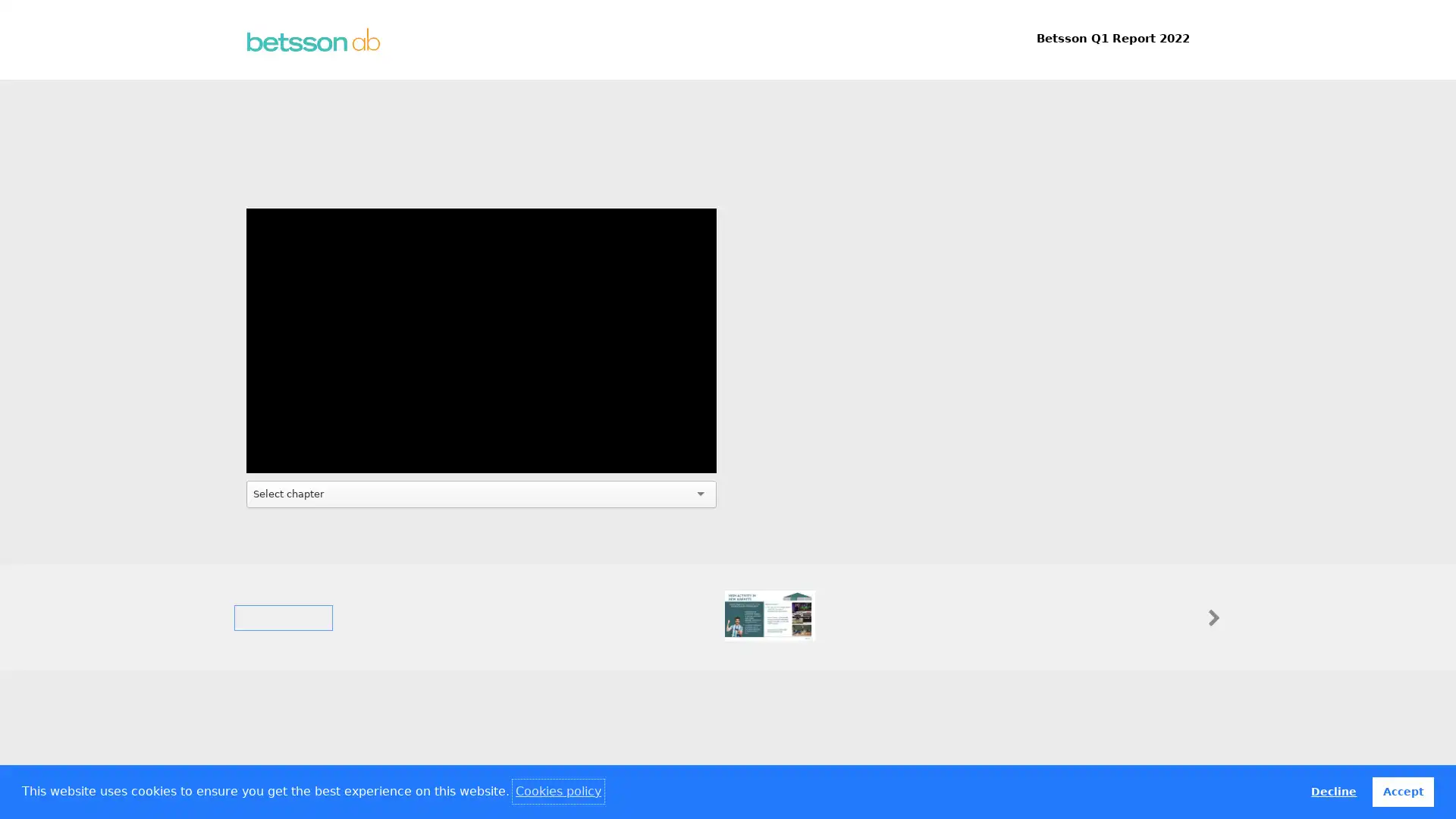 Image resolution: width=1456 pixels, height=819 pixels. What do you see at coordinates (1402, 791) in the screenshot?
I see `allow cookies` at bounding box center [1402, 791].